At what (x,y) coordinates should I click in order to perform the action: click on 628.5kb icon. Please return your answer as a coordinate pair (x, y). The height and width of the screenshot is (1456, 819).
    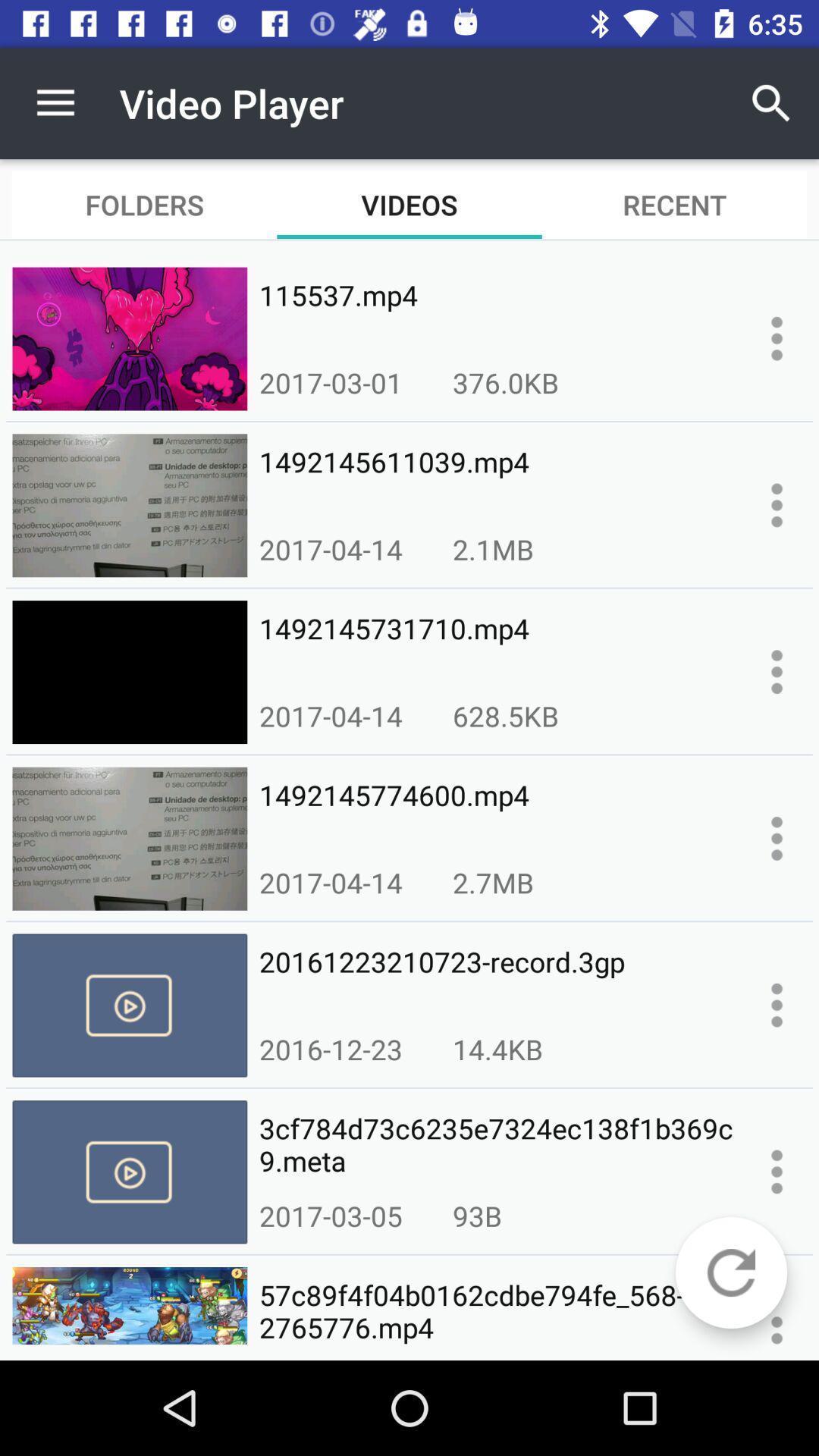
    Looking at the image, I should click on (506, 715).